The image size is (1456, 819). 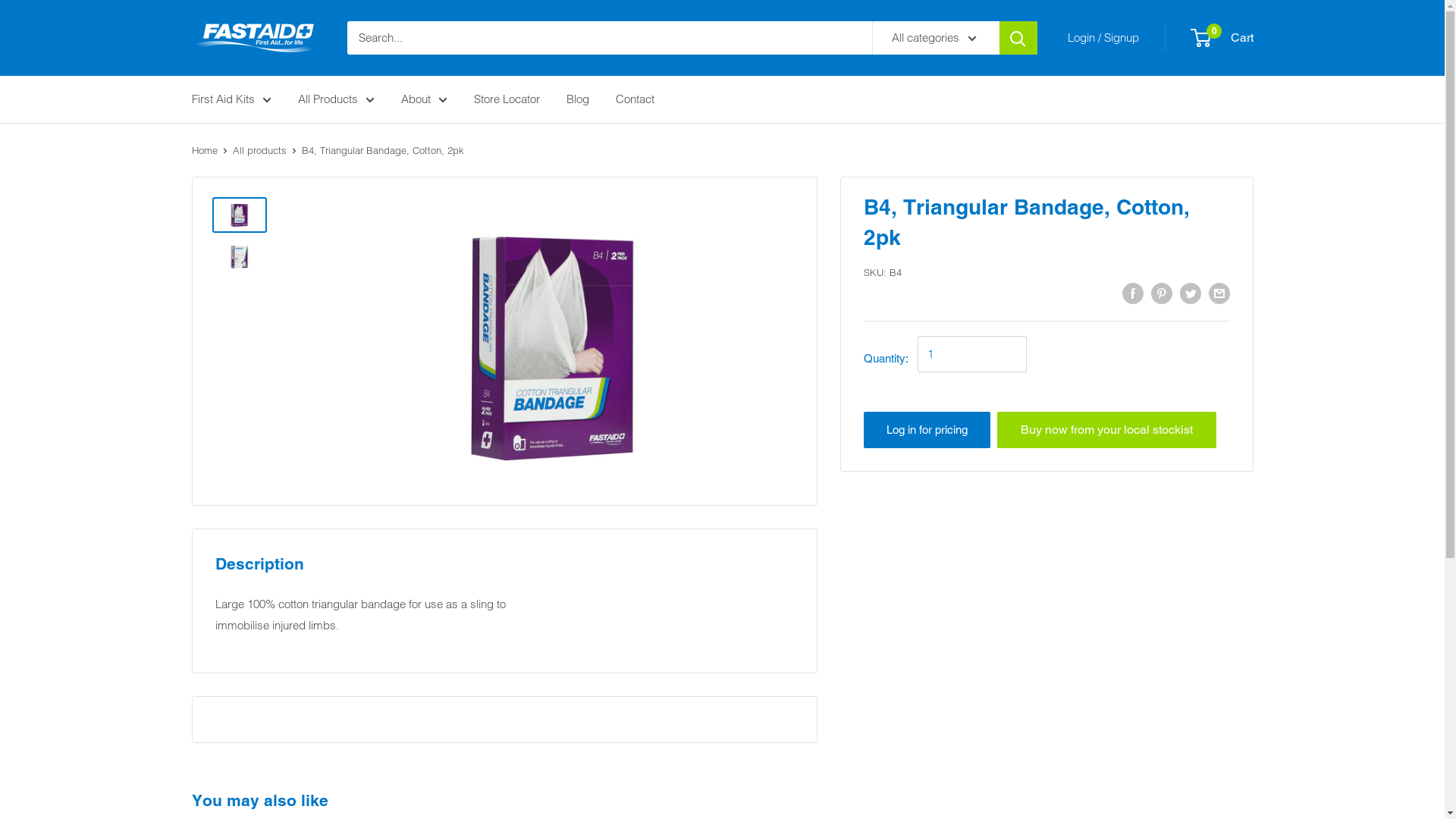 What do you see at coordinates (1106, 429) in the screenshot?
I see `'Buy now from your local stockist'` at bounding box center [1106, 429].